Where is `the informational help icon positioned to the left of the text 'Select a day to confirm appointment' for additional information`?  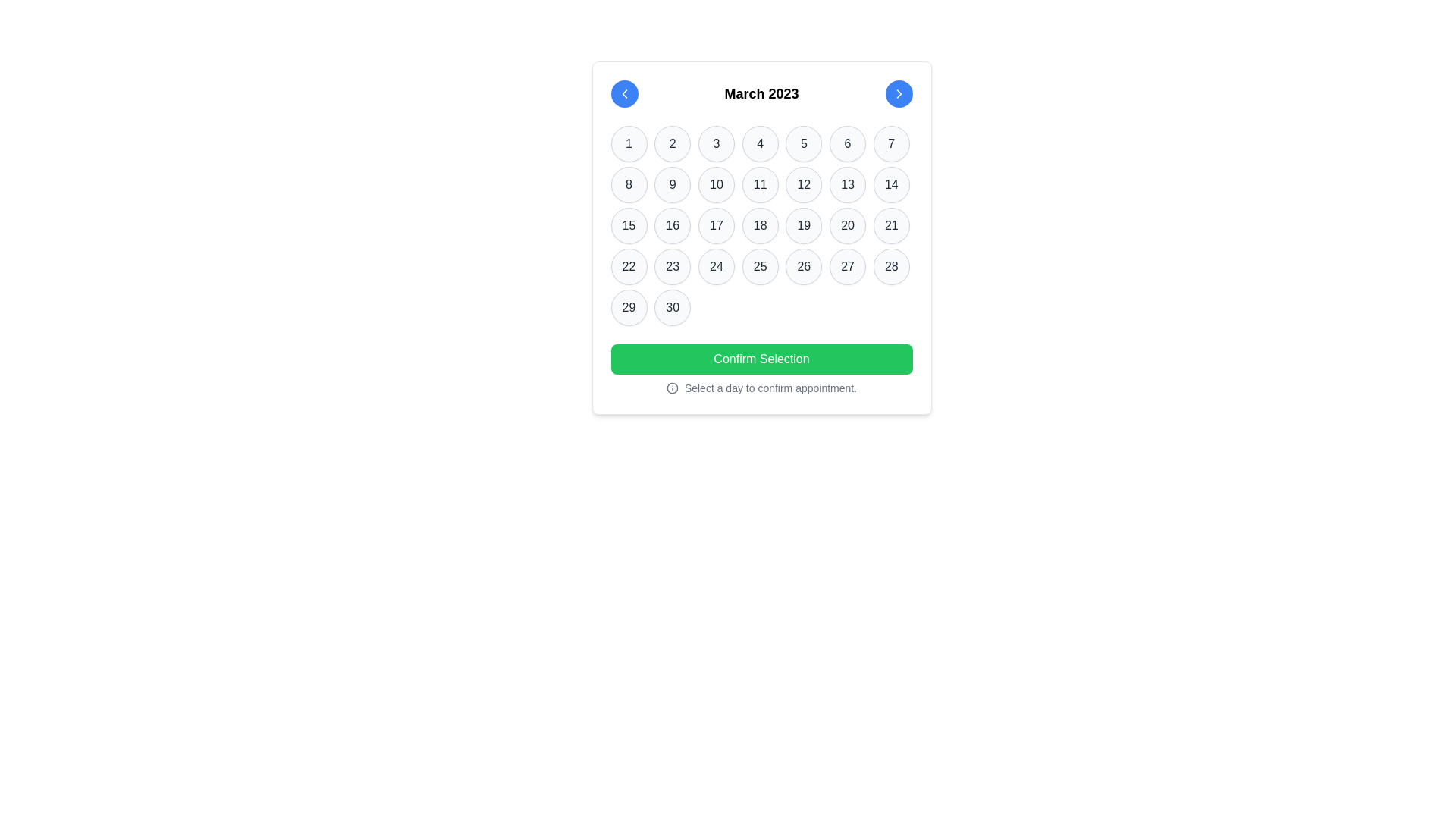 the informational help icon positioned to the left of the text 'Select a day to confirm appointment' for additional information is located at coordinates (671, 388).